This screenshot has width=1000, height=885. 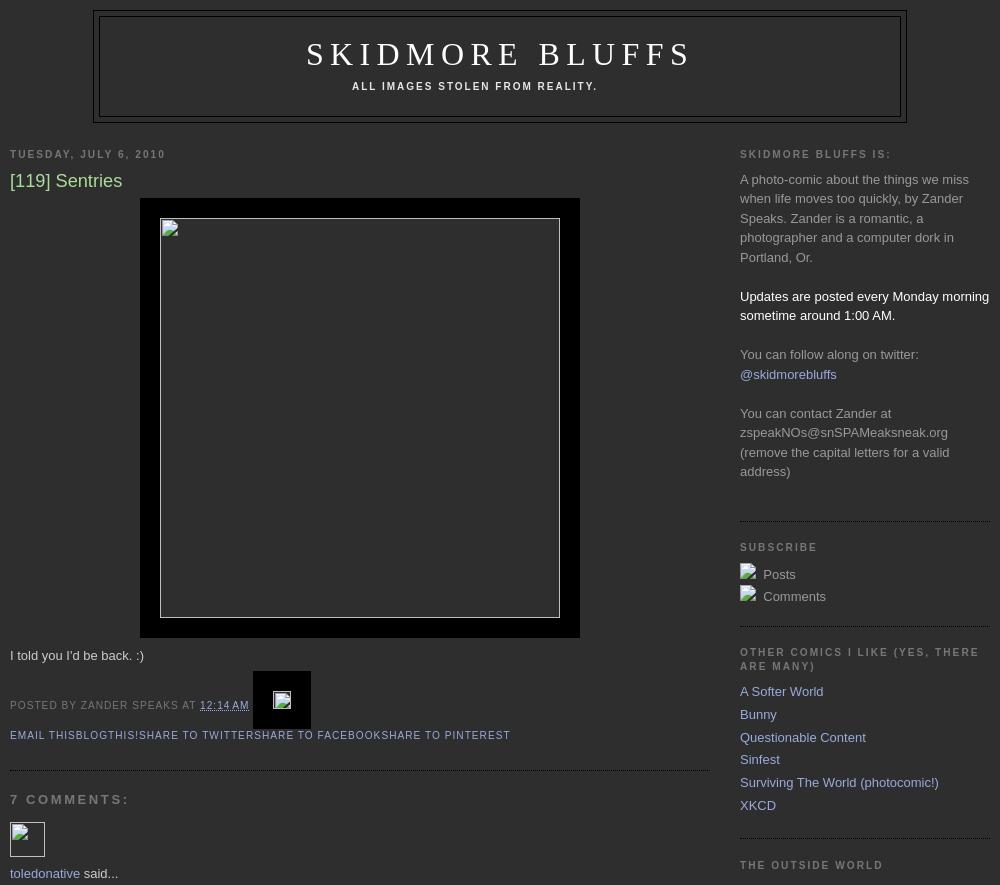 I want to click on 'A Softer World', so click(x=781, y=690).